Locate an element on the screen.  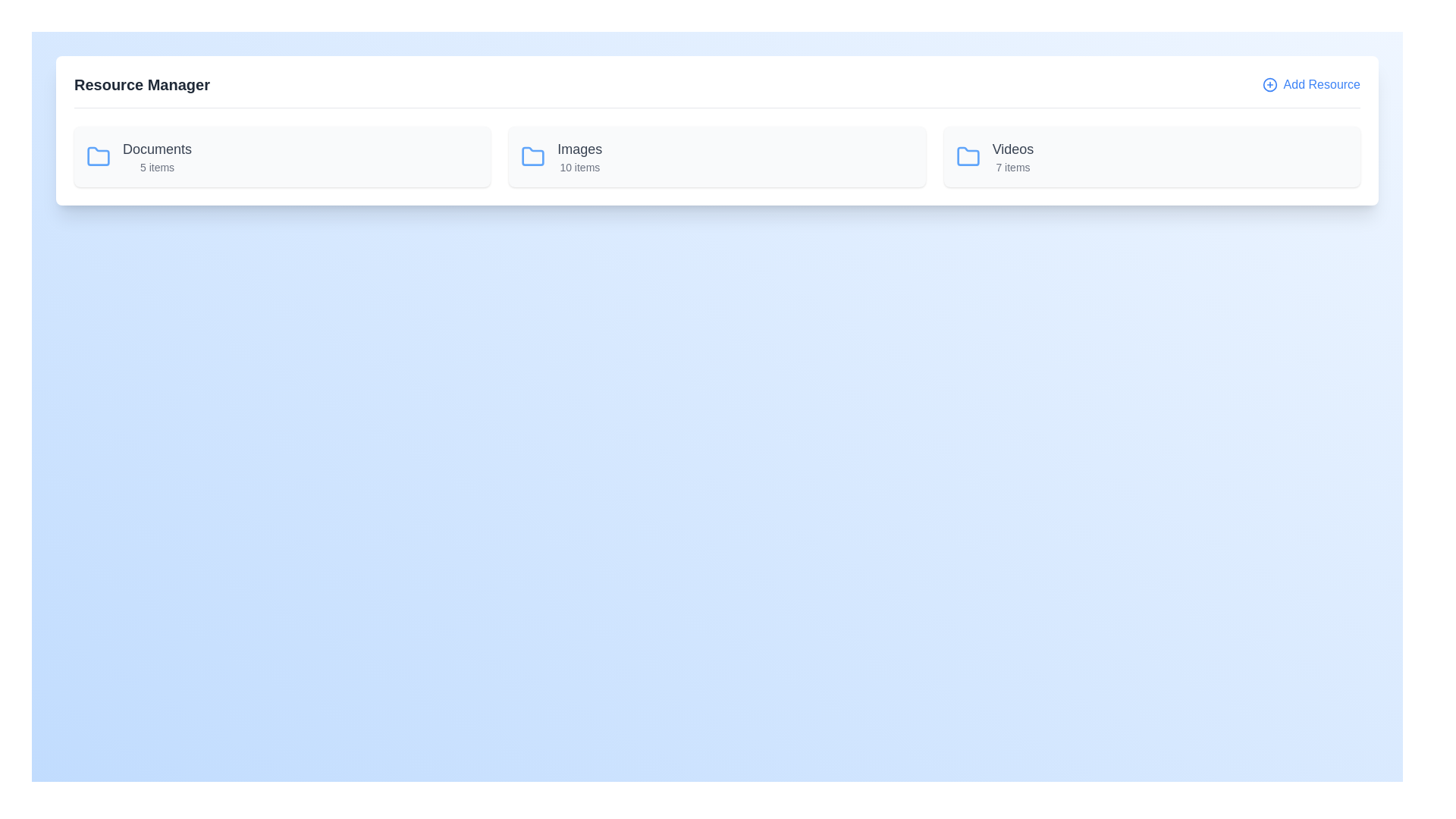
the text label displaying supplementary information about the number of items in the 'Documents' category, located within the 'Resource Manager' section is located at coordinates (157, 167).